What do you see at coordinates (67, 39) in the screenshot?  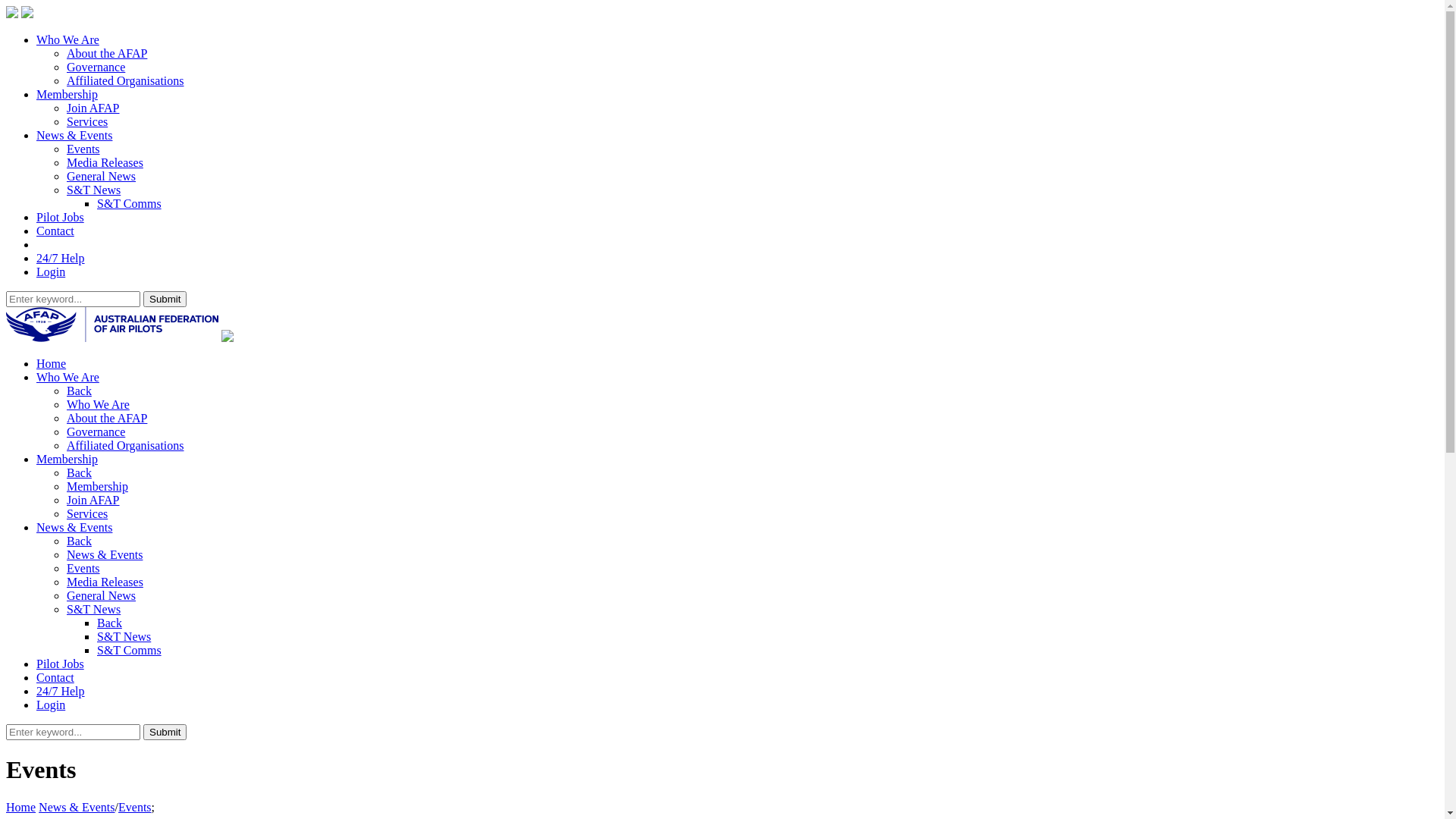 I see `'Who We Are'` at bounding box center [67, 39].